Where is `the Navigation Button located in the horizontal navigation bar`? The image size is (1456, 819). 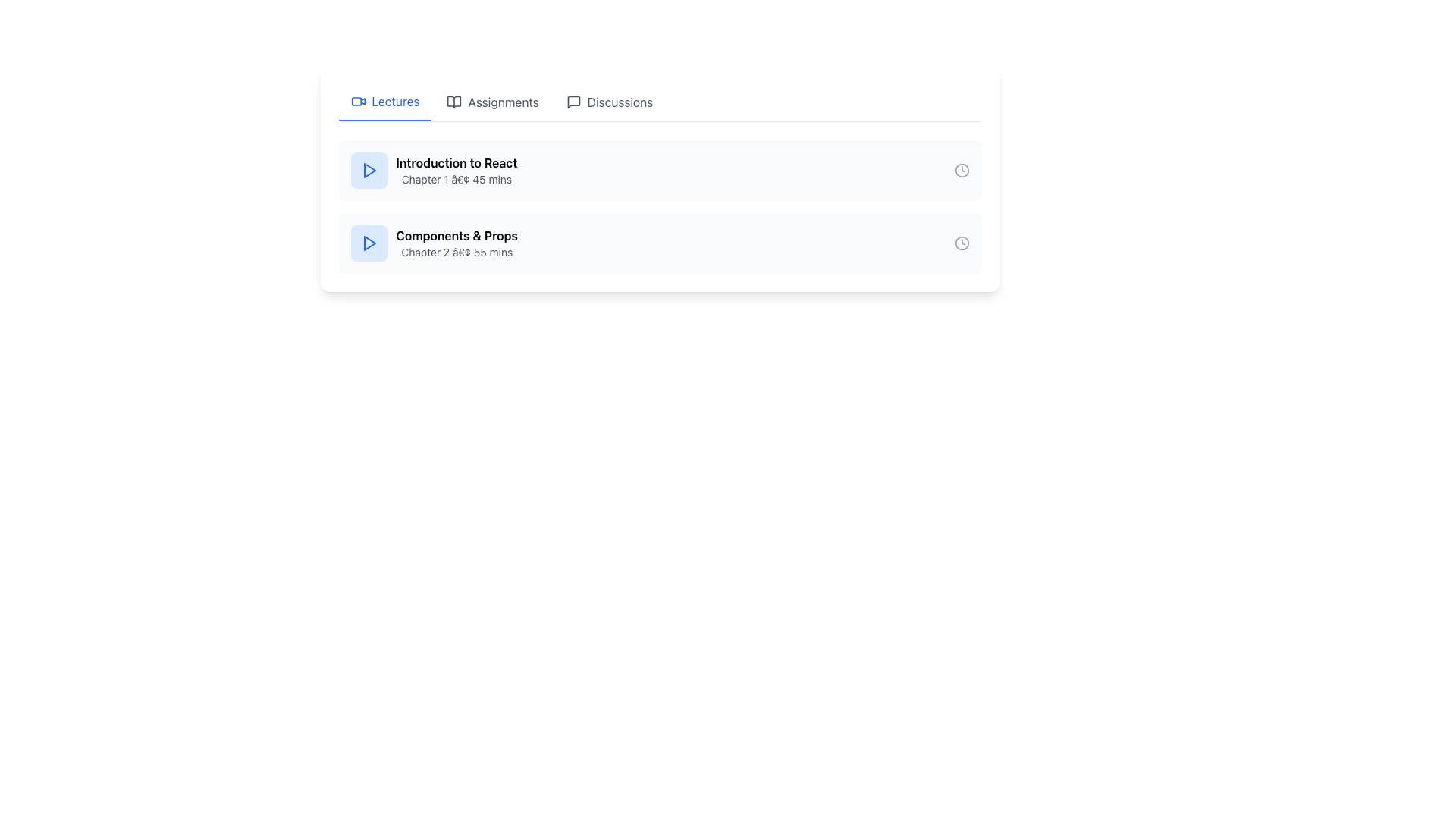 the Navigation Button located in the horizontal navigation bar is located at coordinates (493, 102).